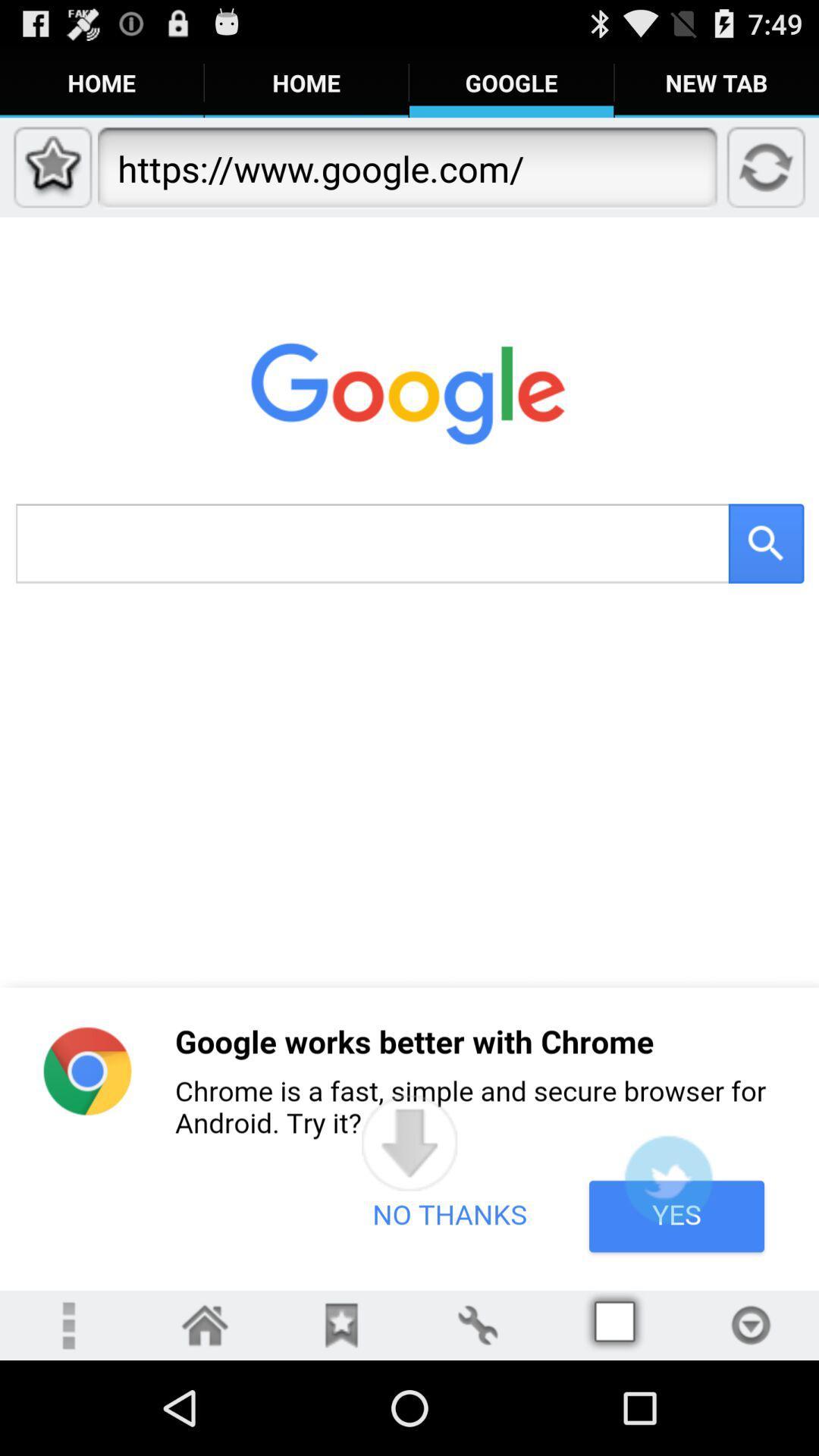  What do you see at coordinates (409, 1143) in the screenshot?
I see `app below https www google icon` at bounding box center [409, 1143].